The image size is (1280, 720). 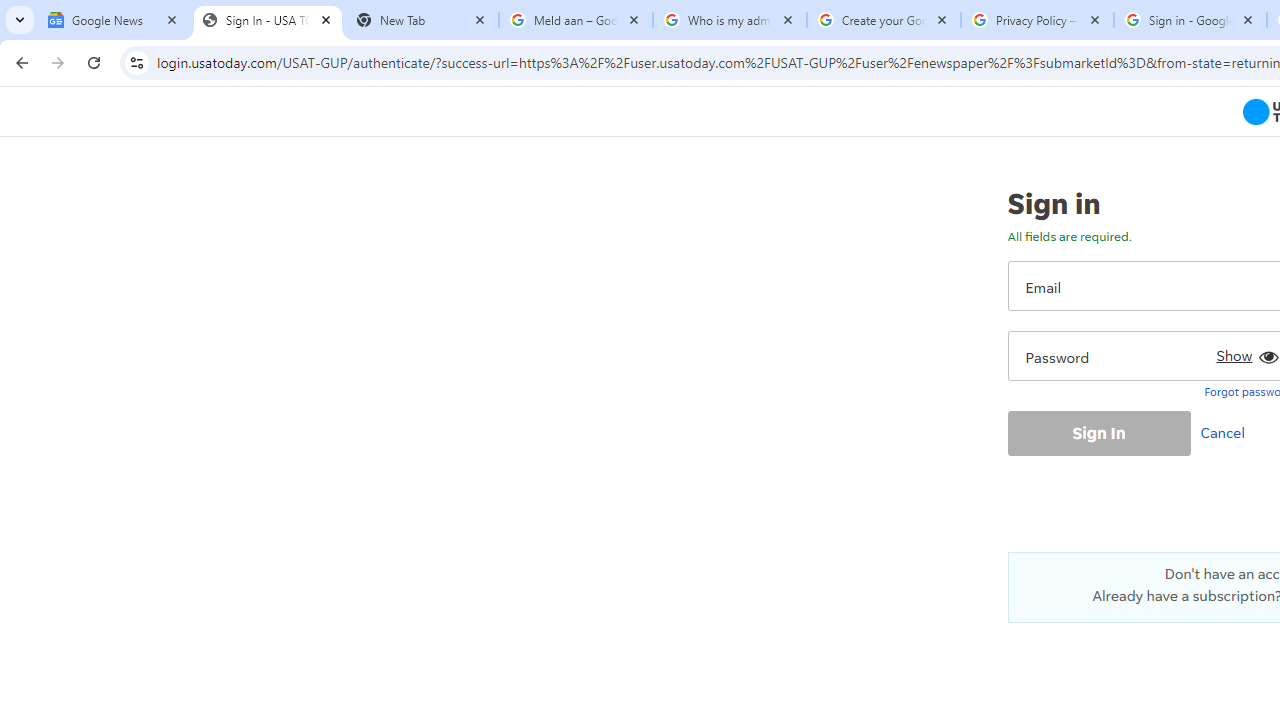 What do you see at coordinates (1243, 351) in the screenshot?
I see `'Show'` at bounding box center [1243, 351].